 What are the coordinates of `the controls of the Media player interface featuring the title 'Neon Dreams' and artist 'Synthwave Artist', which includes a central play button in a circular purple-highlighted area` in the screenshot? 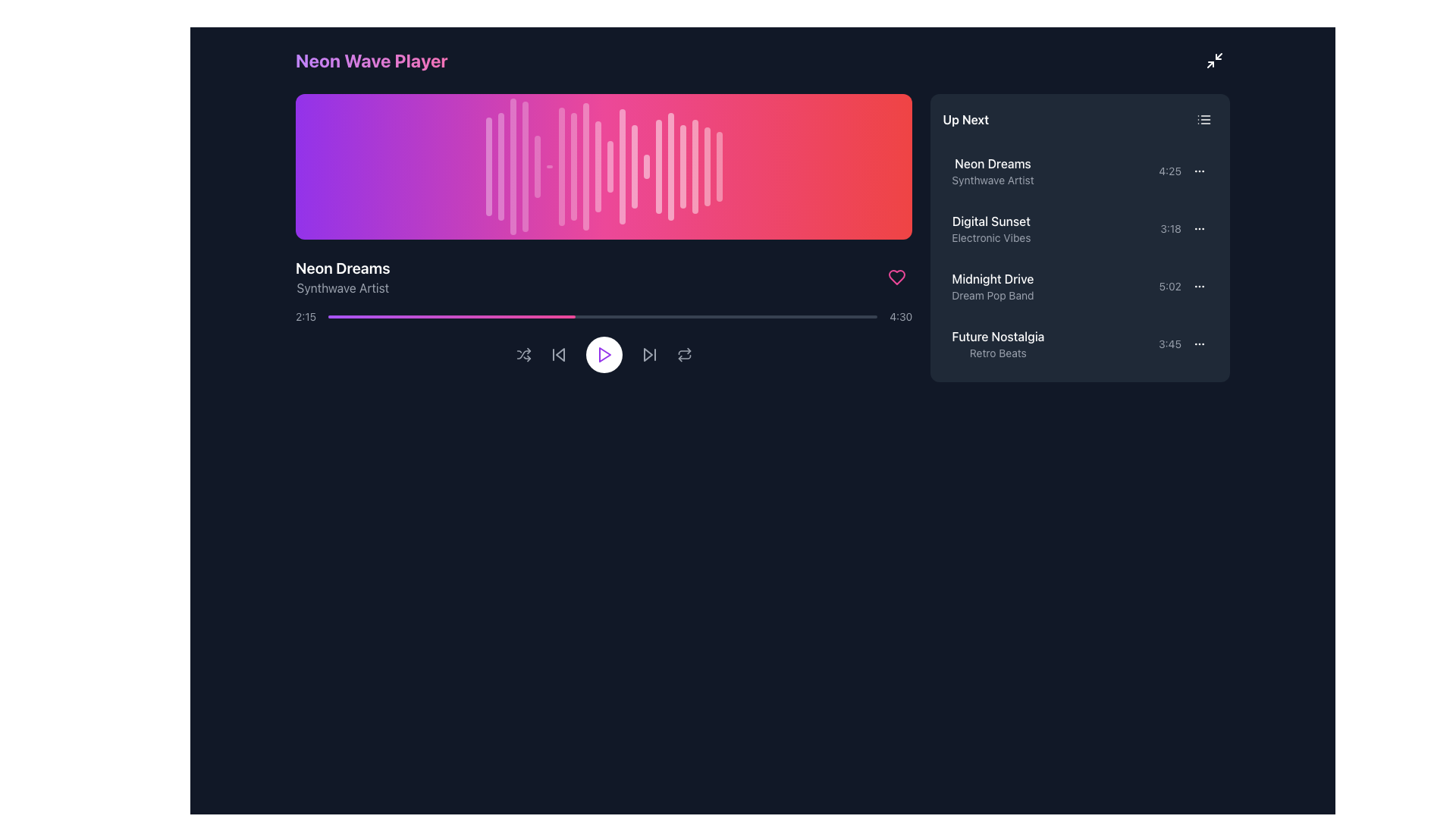 It's located at (603, 315).